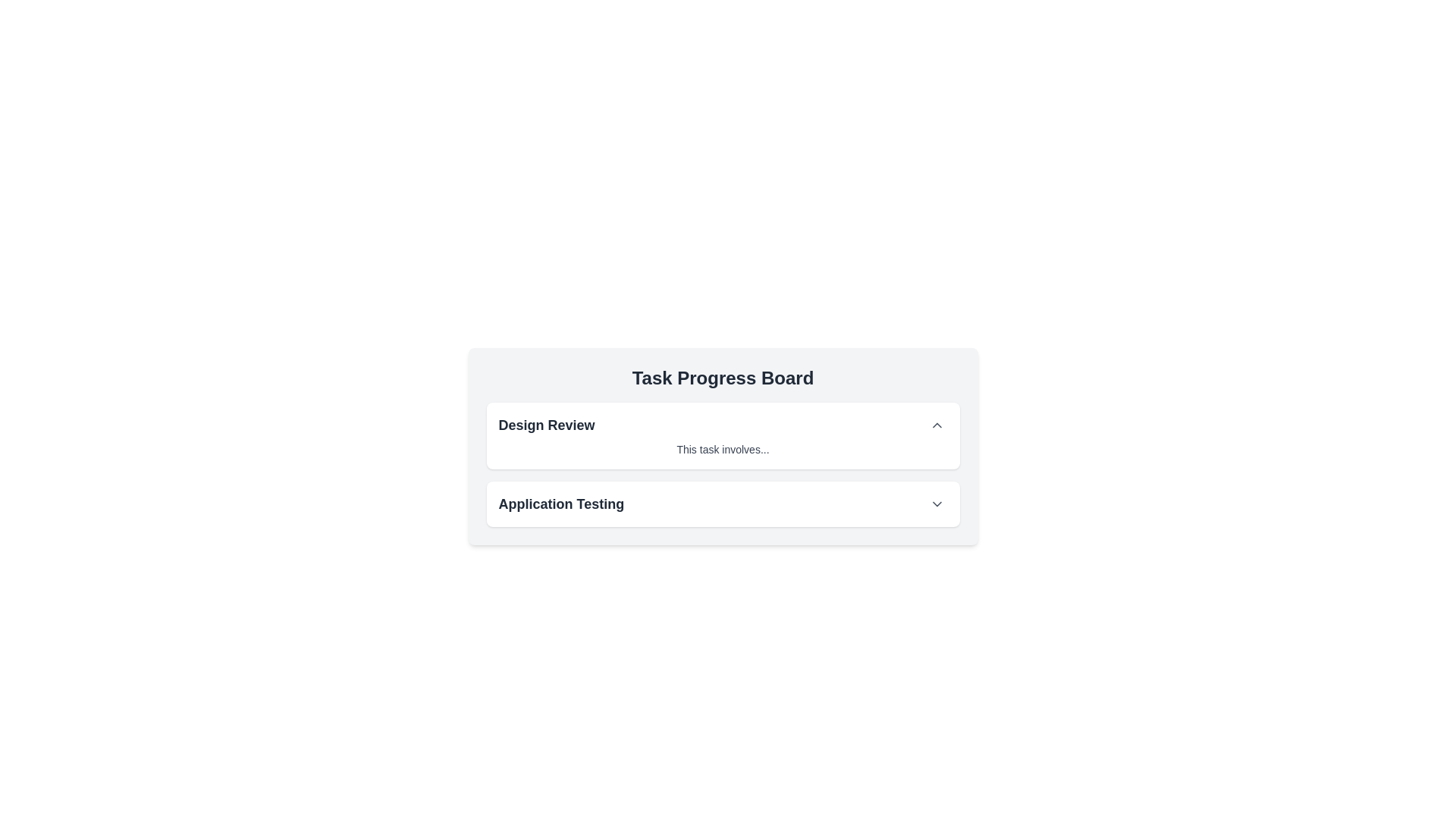 The width and height of the screenshot is (1456, 819). What do you see at coordinates (936, 504) in the screenshot?
I see `the downward-pointing chevron icon located at the right end of the 'Application Testing' task panel header` at bounding box center [936, 504].